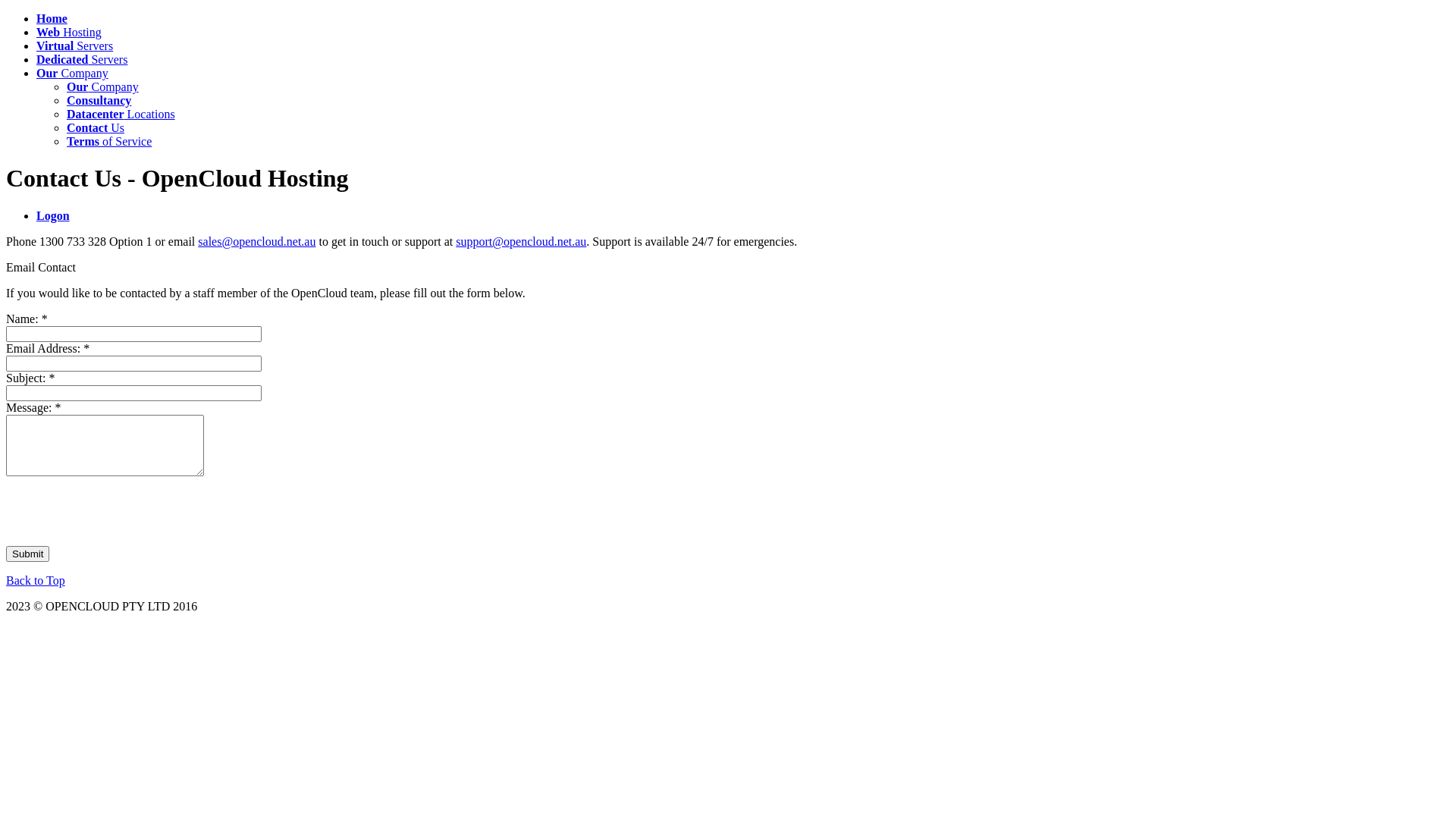  Describe the element at coordinates (52, 18) in the screenshot. I see `'Home'` at that location.